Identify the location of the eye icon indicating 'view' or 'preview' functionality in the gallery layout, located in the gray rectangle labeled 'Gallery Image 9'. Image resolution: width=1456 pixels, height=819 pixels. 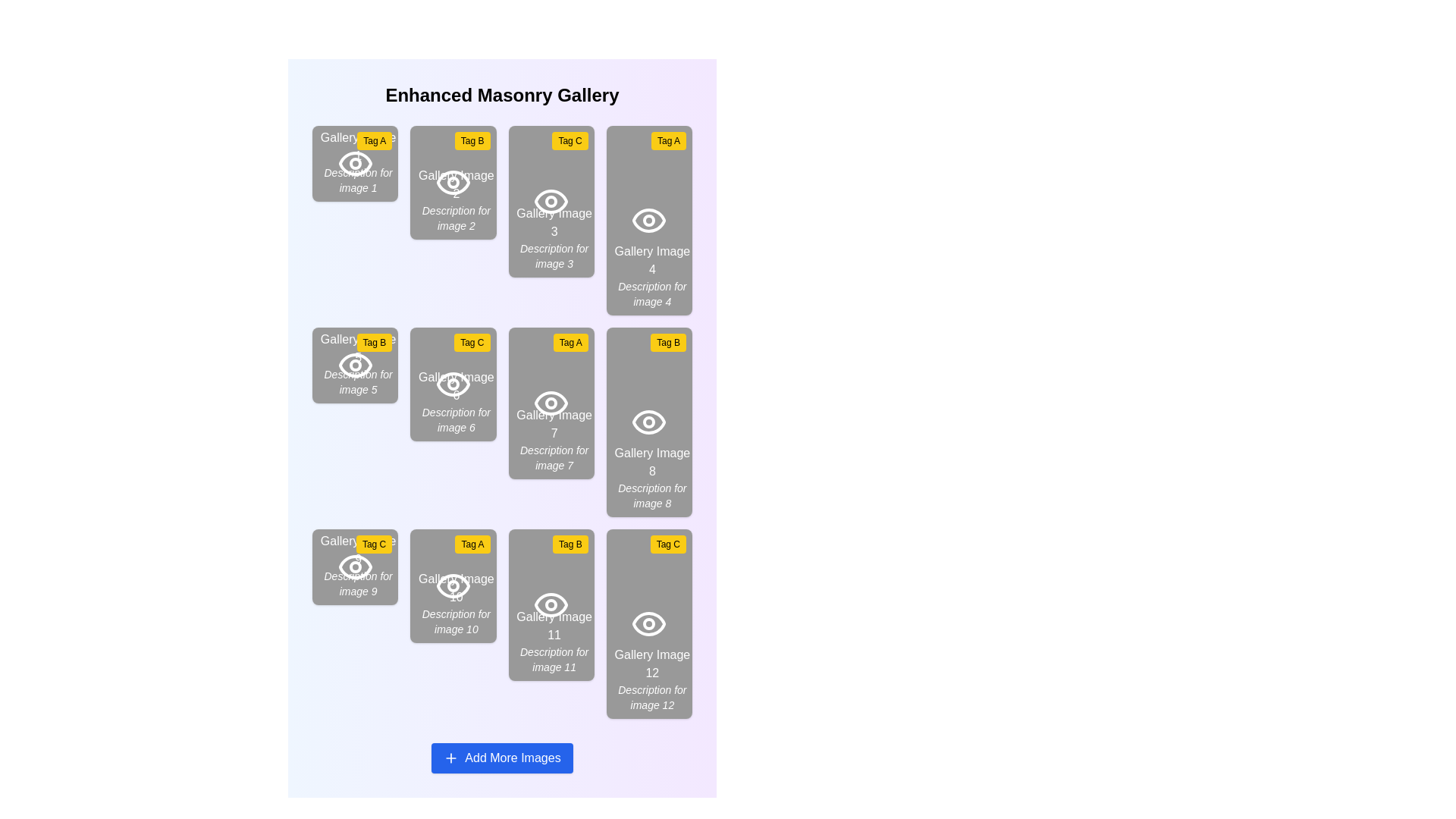
(354, 567).